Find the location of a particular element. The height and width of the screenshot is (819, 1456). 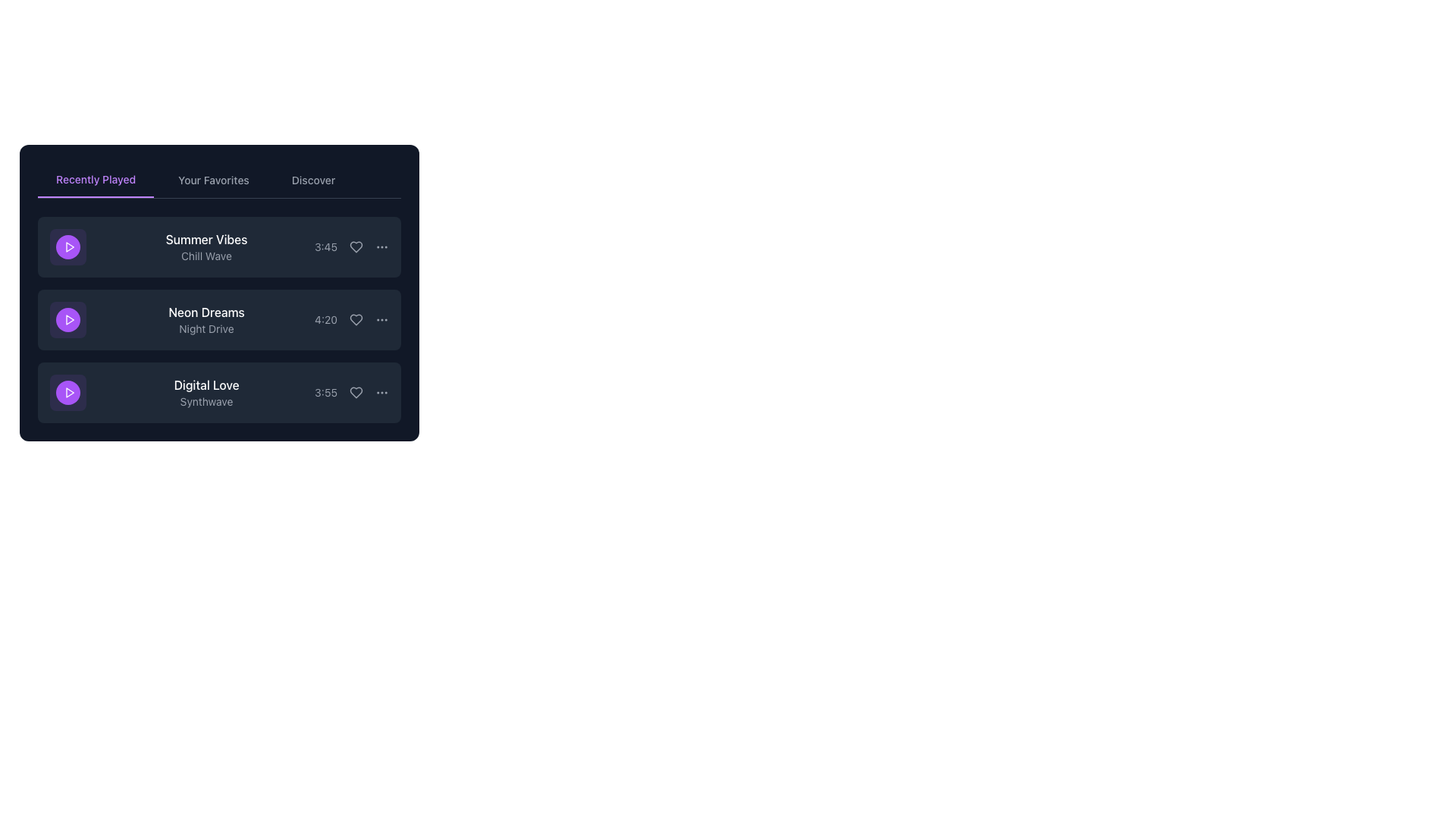

the circular purple button with a white play icon located to the left of the 'Digital Love - Synthwave - 3:55' text in the 'Recently Played' section is located at coordinates (67, 391).